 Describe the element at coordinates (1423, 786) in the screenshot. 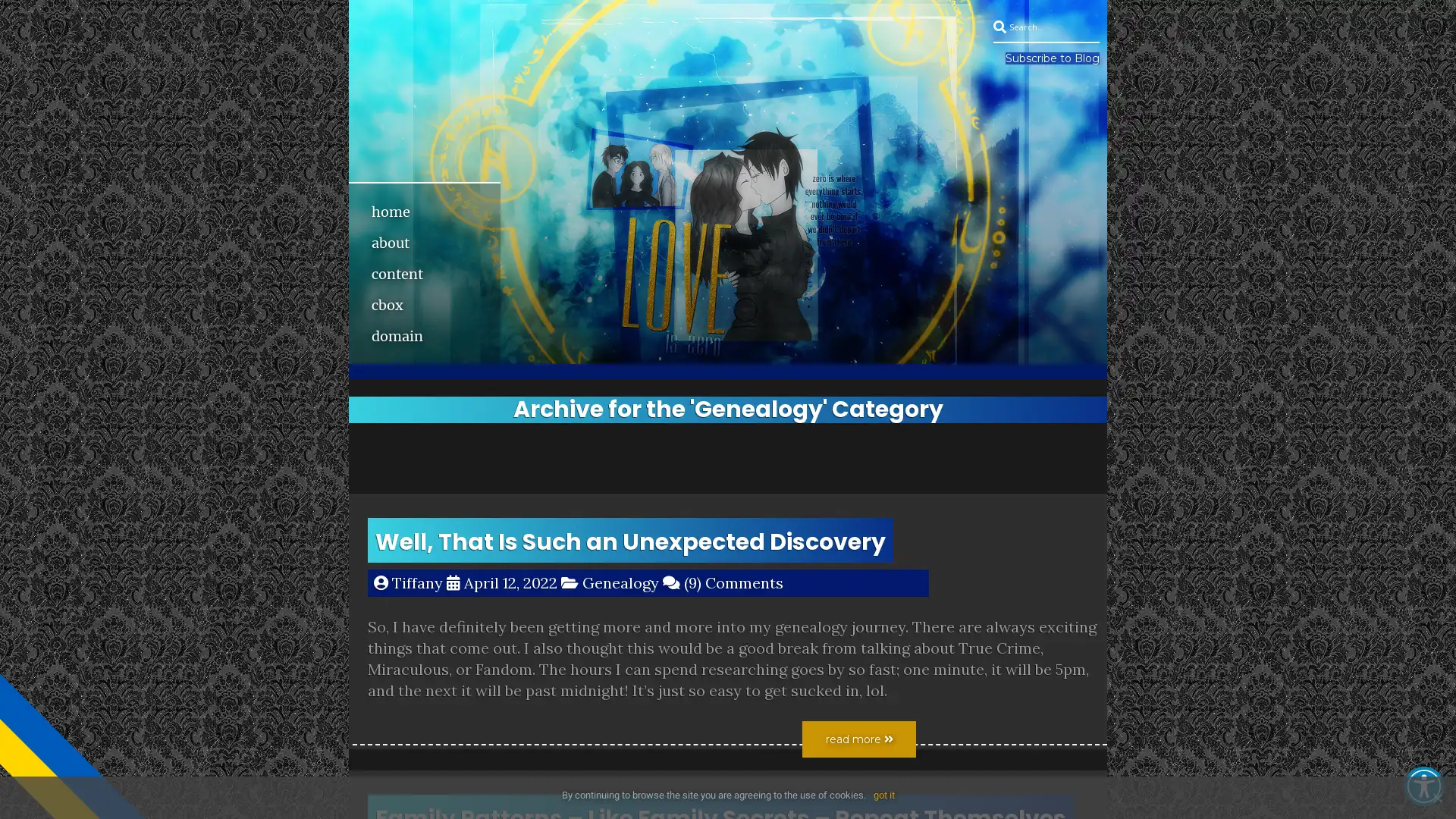

I see `Open Accessibility Toolbar` at that location.